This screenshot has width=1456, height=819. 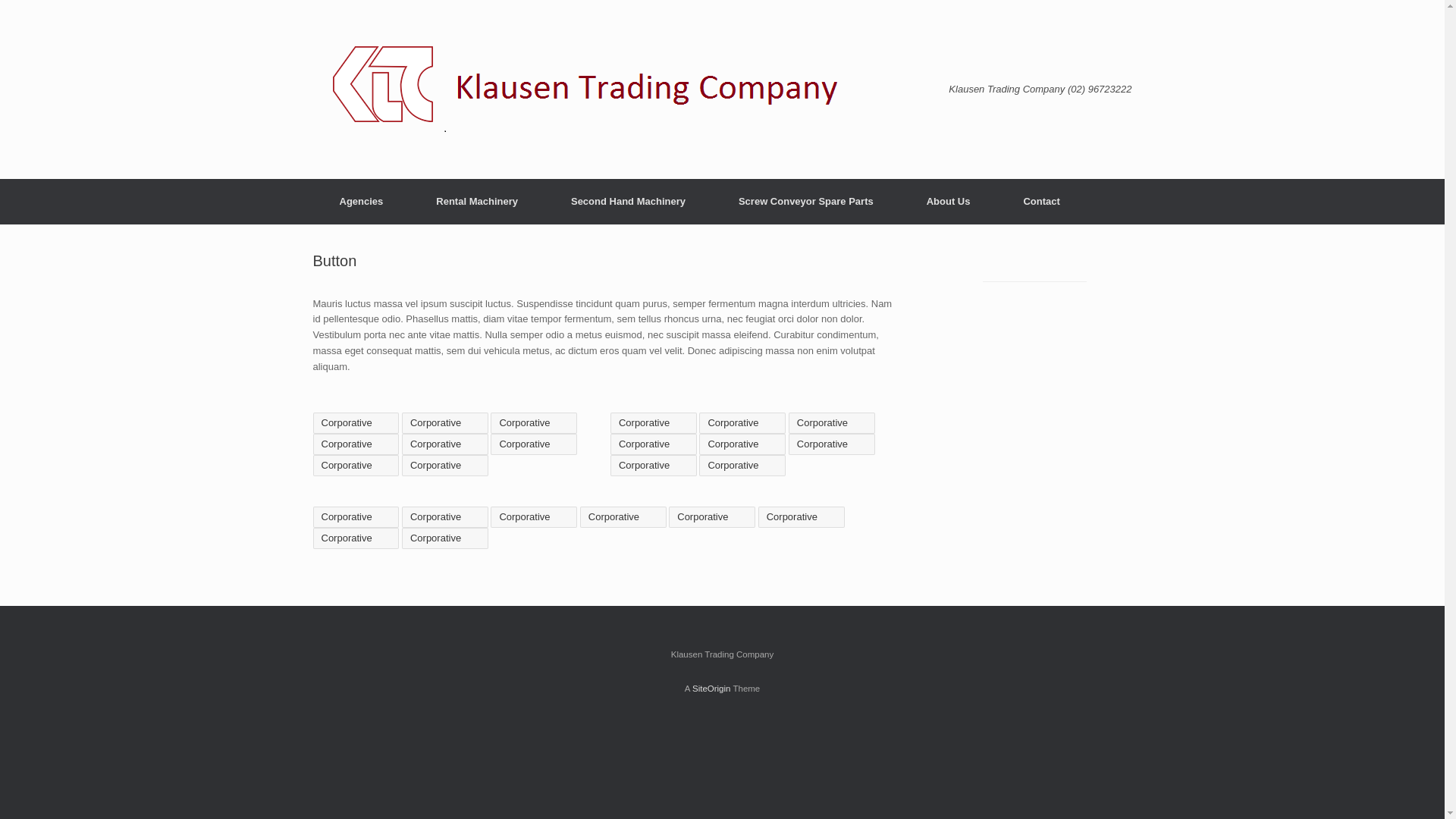 What do you see at coordinates (1040, 201) in the screenshot?
I see `'Contact'` at bounding box center [1040, 201].